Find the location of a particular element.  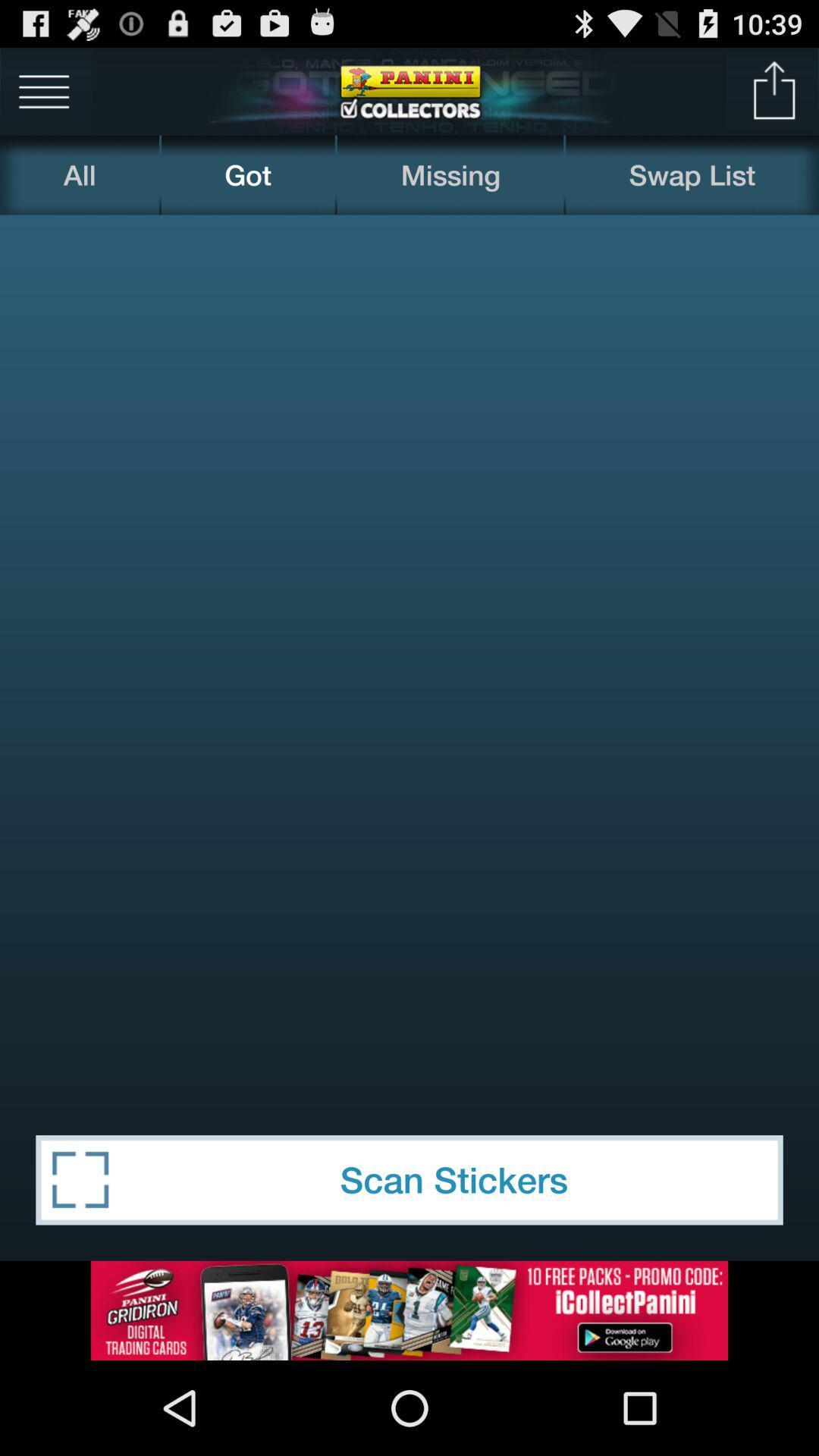

the icon above scan stickers icon is located at coordinates (409, 657).